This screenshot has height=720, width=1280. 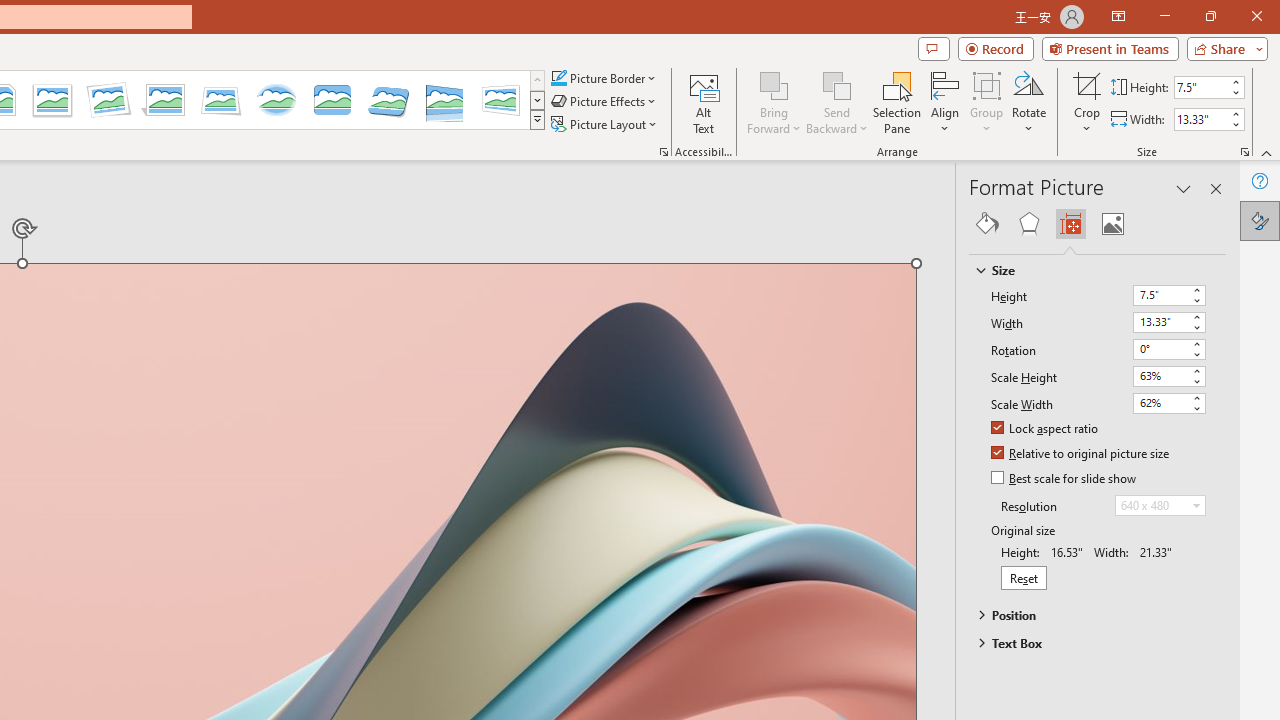 What do you see at coordinates (1086, 84) in the screenshot?
I see `'Crop'` at bounding box center [1086, 84].